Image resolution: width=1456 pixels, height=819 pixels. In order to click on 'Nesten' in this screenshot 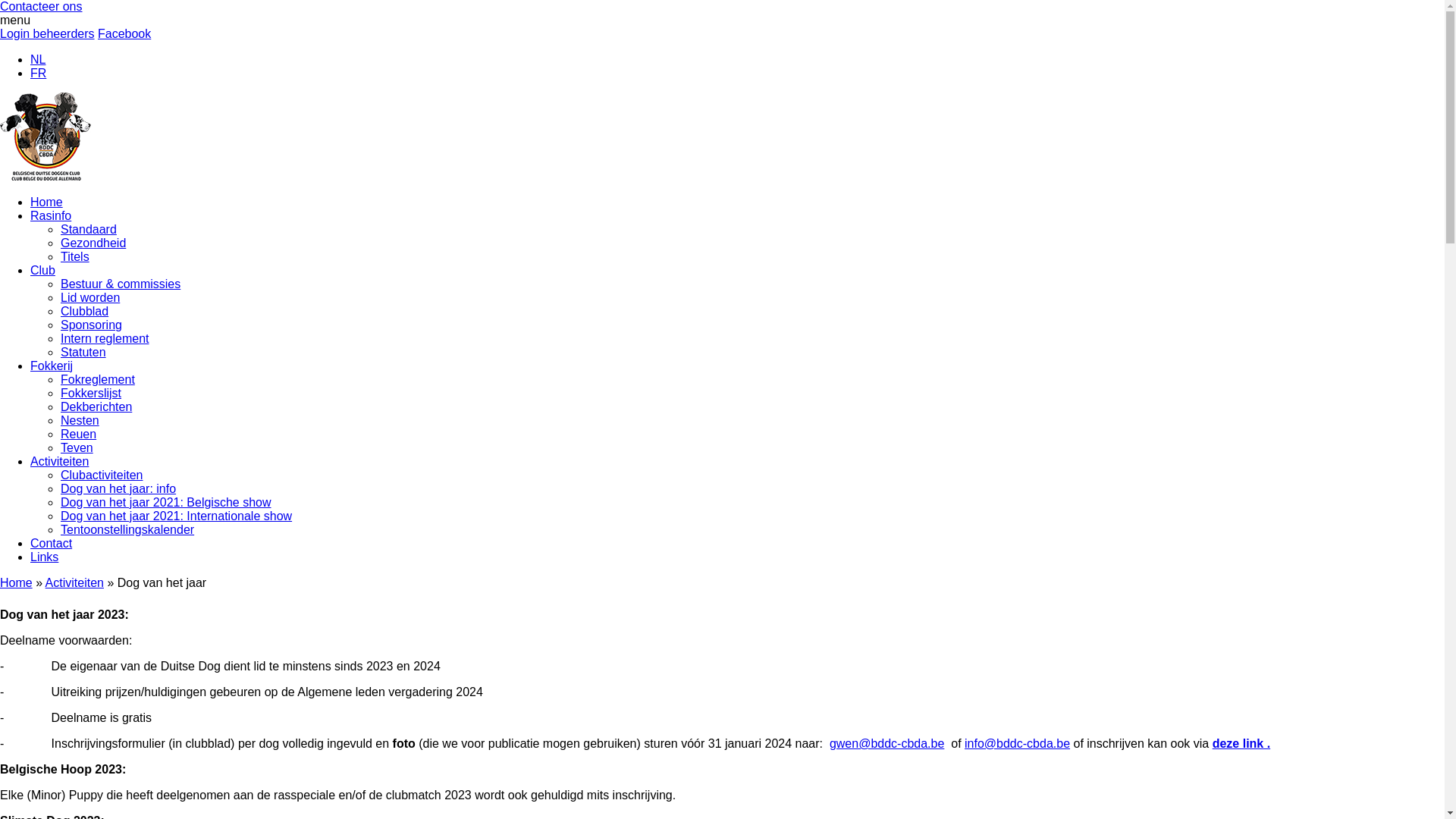, I will do `click(61, 420)`.